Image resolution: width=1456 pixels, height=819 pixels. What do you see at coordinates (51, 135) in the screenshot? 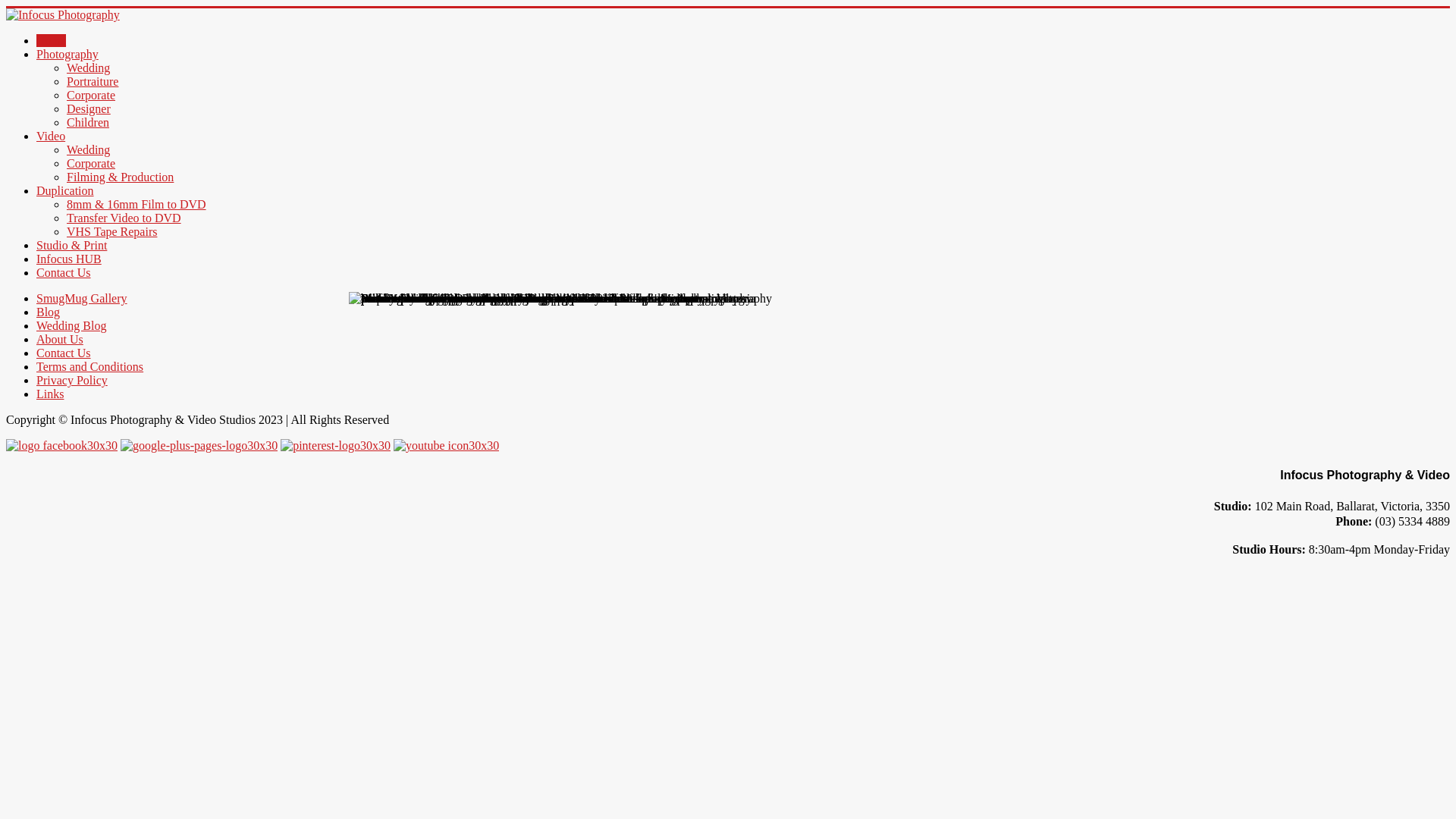
I see `'Video'` at bounding box center [51, 135].